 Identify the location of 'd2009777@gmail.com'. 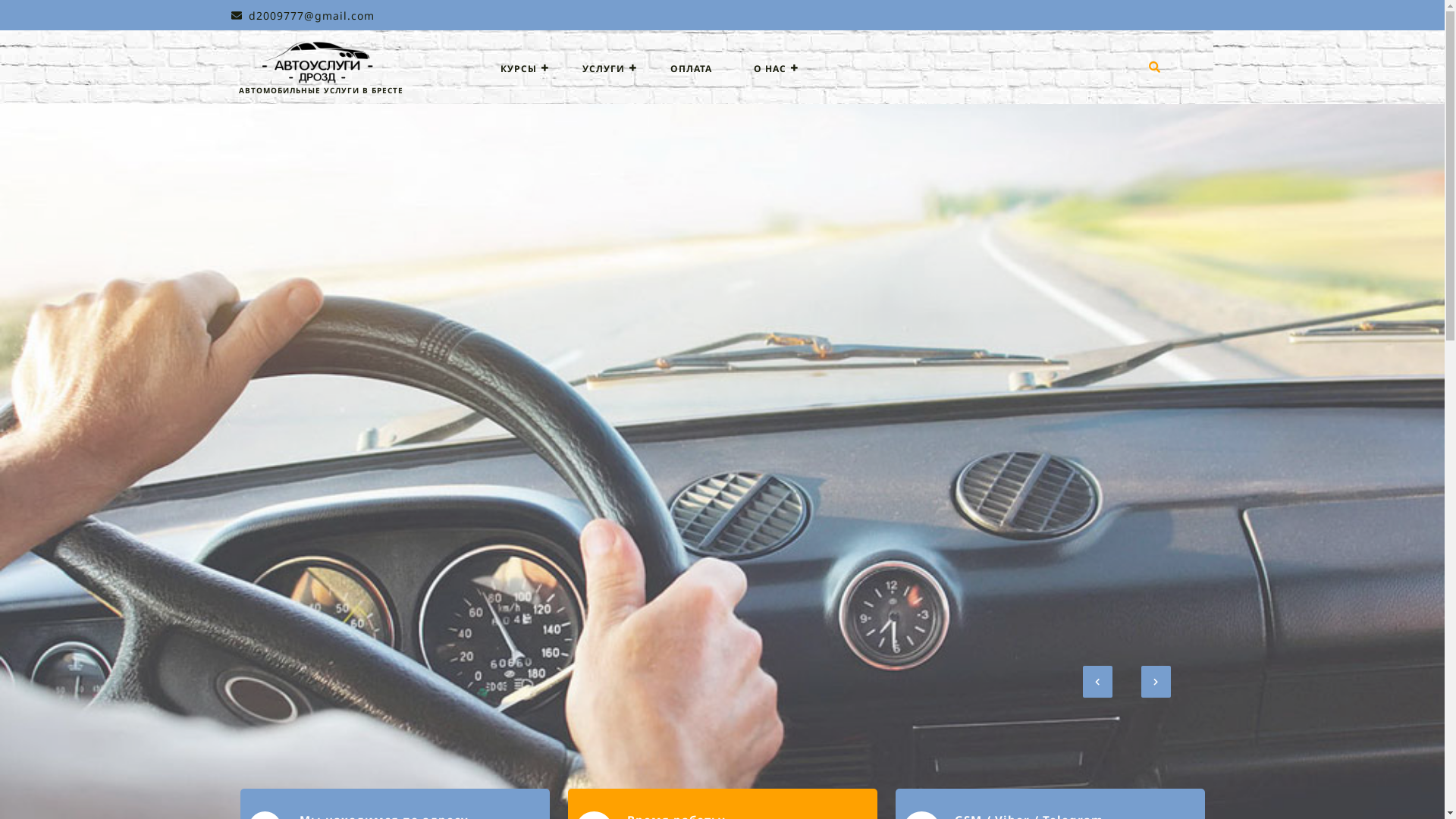
(302, 15).